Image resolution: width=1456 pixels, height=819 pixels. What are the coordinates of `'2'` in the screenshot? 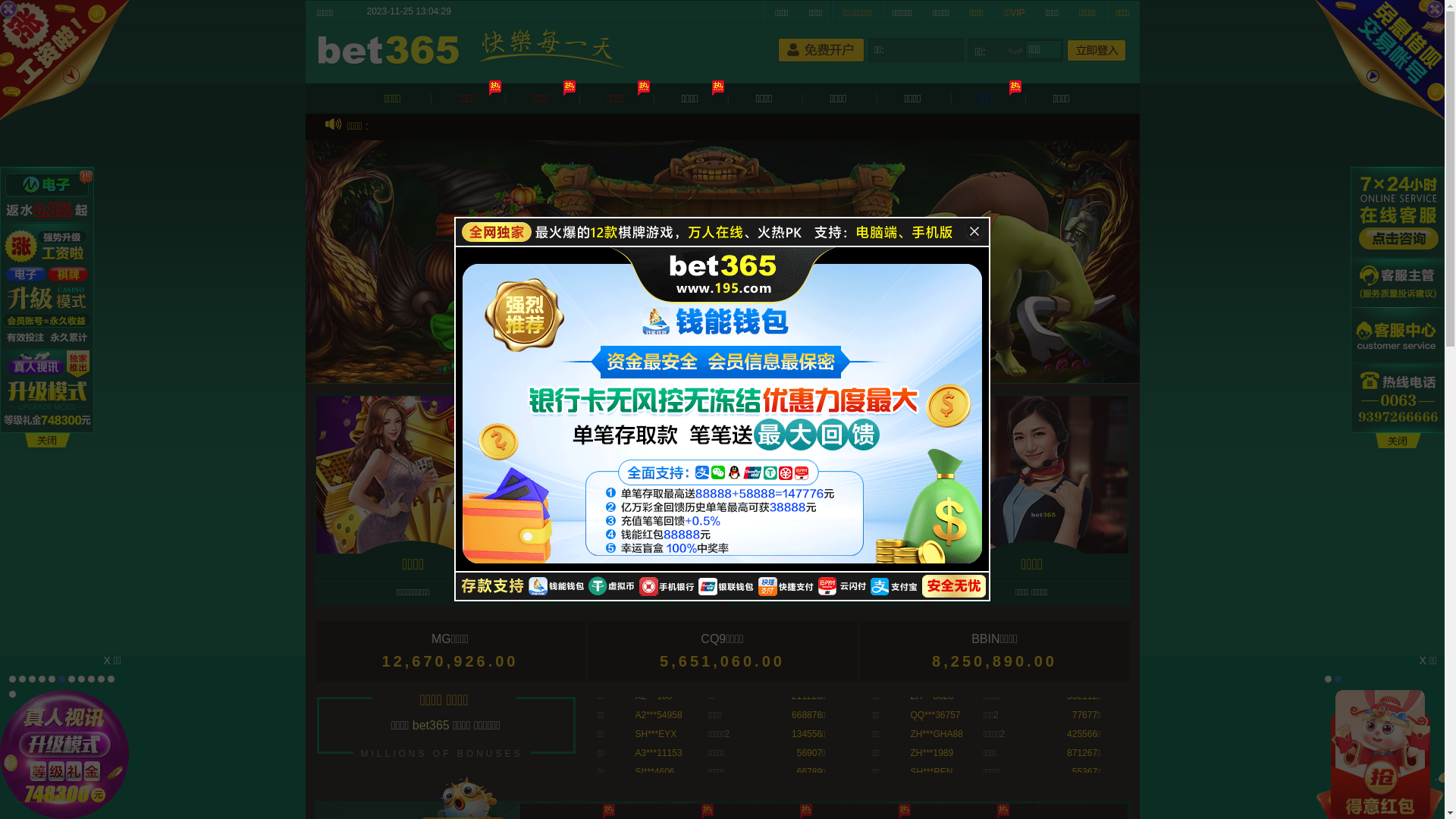 It's located at (18, 678).